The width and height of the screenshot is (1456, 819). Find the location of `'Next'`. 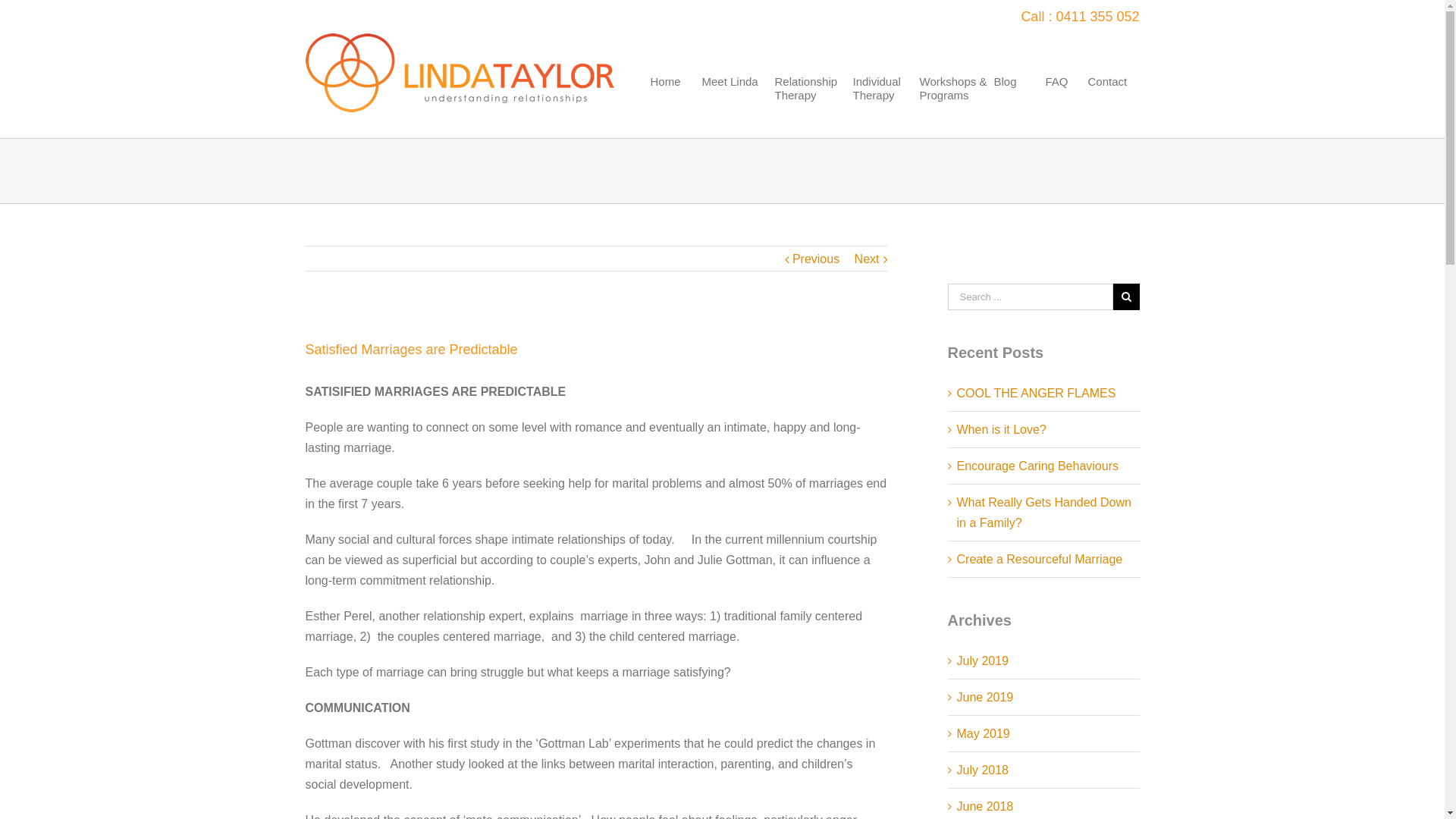

'Next' is located at coordinates (867, 259).